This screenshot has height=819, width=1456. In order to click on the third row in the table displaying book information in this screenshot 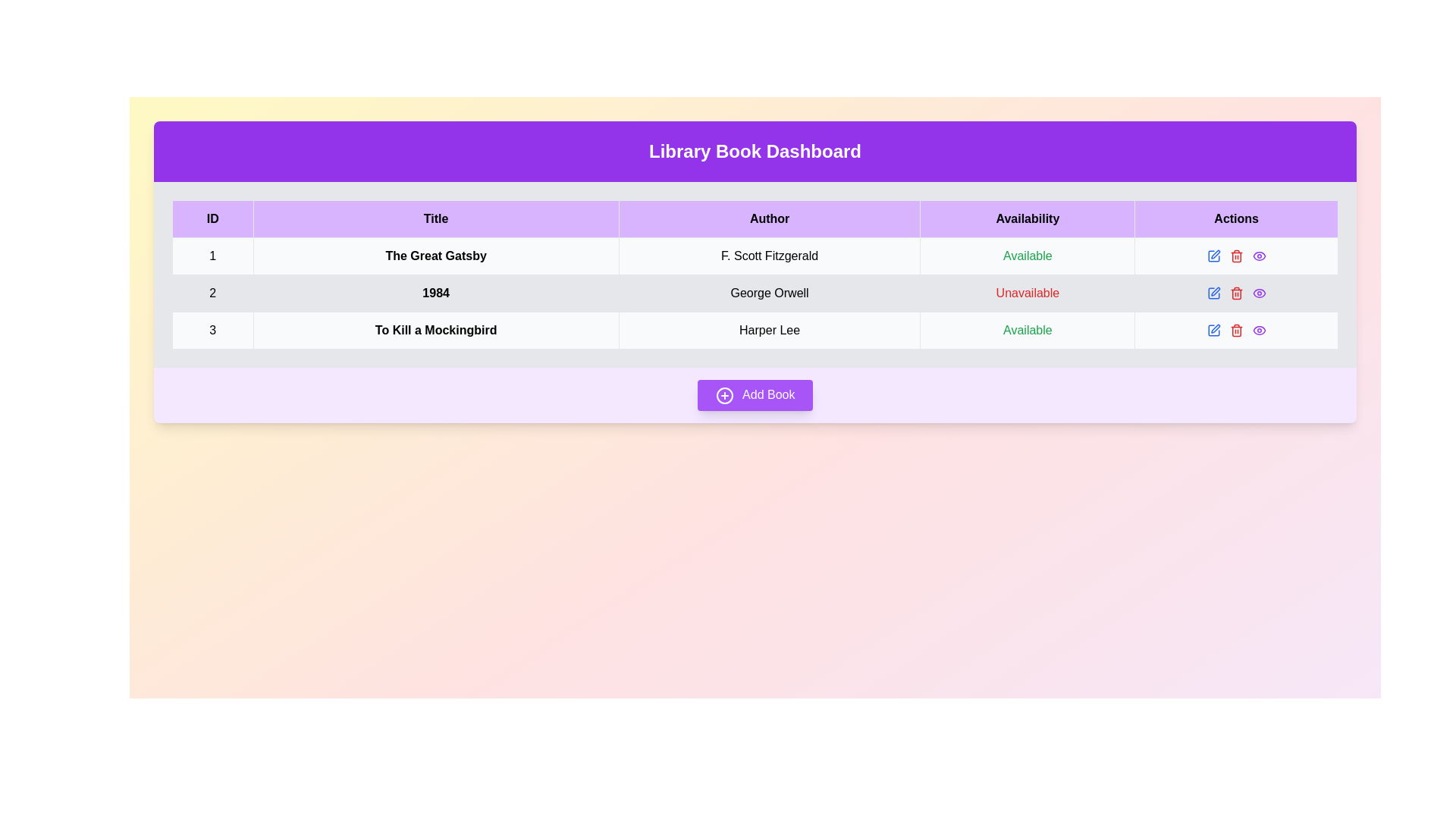, I will do `click(755, 329)`.